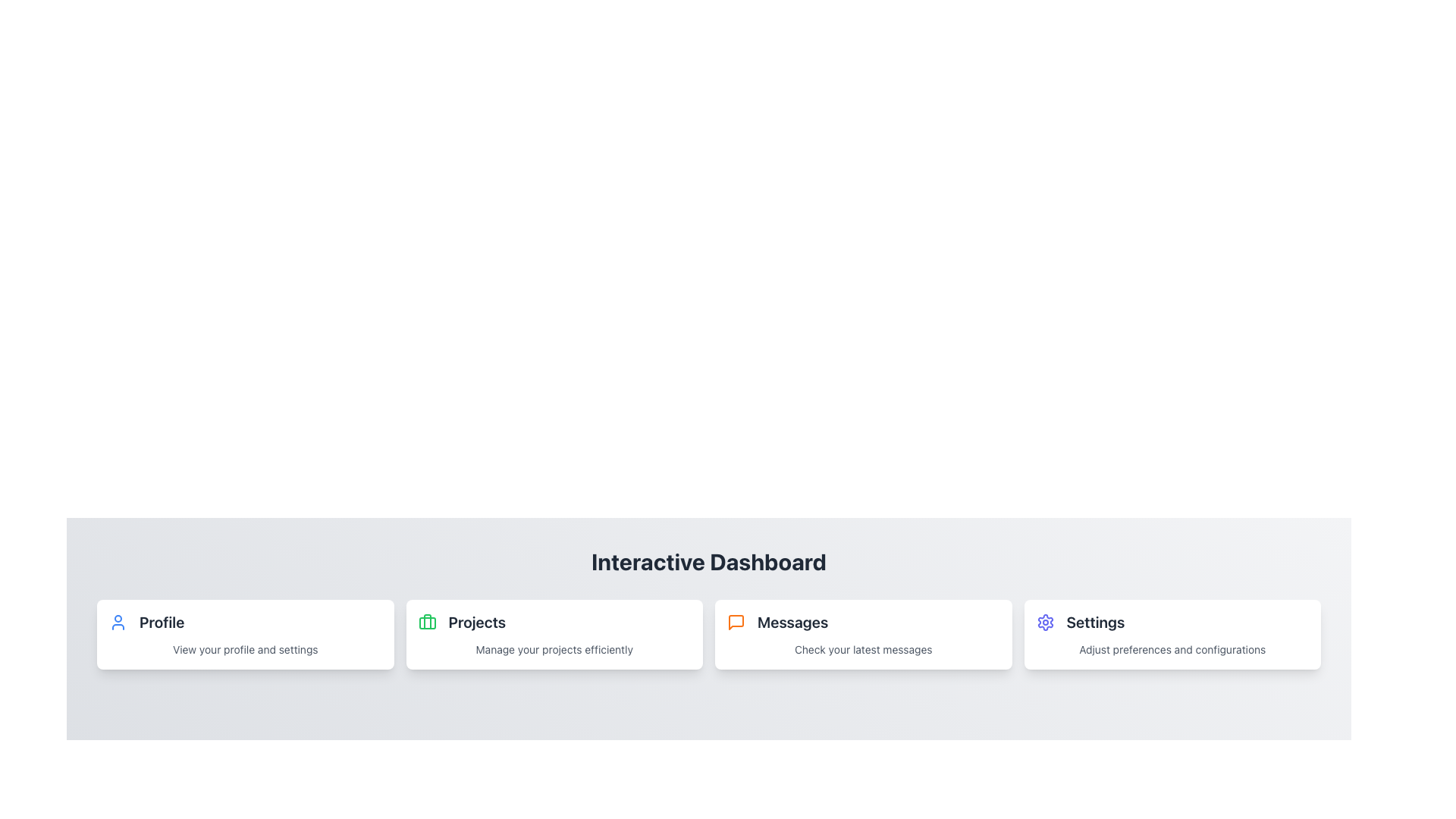 This screenshot has height=819, width=1456. I want to click on the center text label indicating the purpose of its containing section for accessing messages or notifications, positioned to the right of an orange icon, so click(792, 623).